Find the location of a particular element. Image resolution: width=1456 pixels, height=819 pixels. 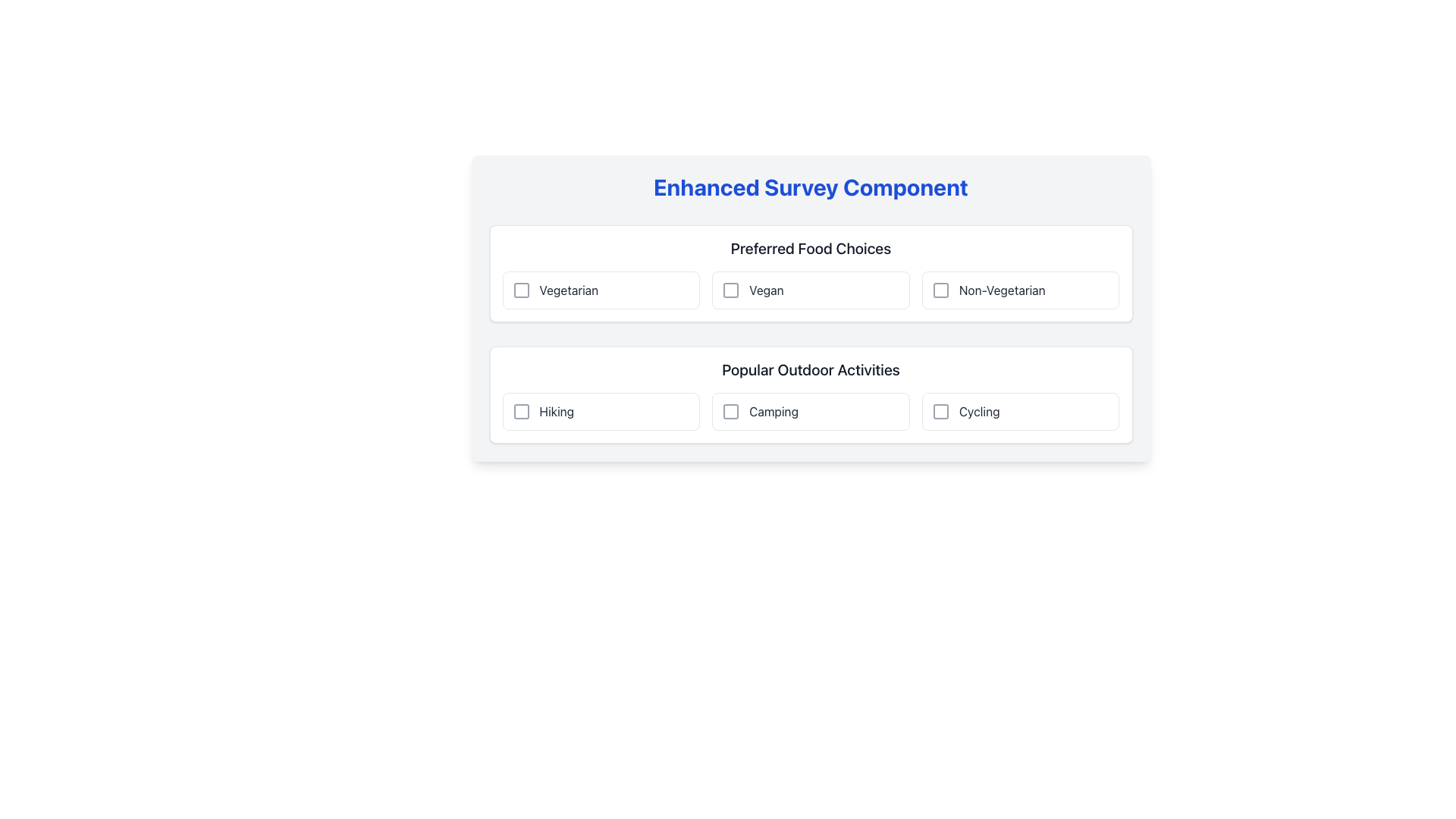

the square-shaped icon with checkbox functionality for the 'Non-Vegetarian' option is located at coordinates (940, 290).